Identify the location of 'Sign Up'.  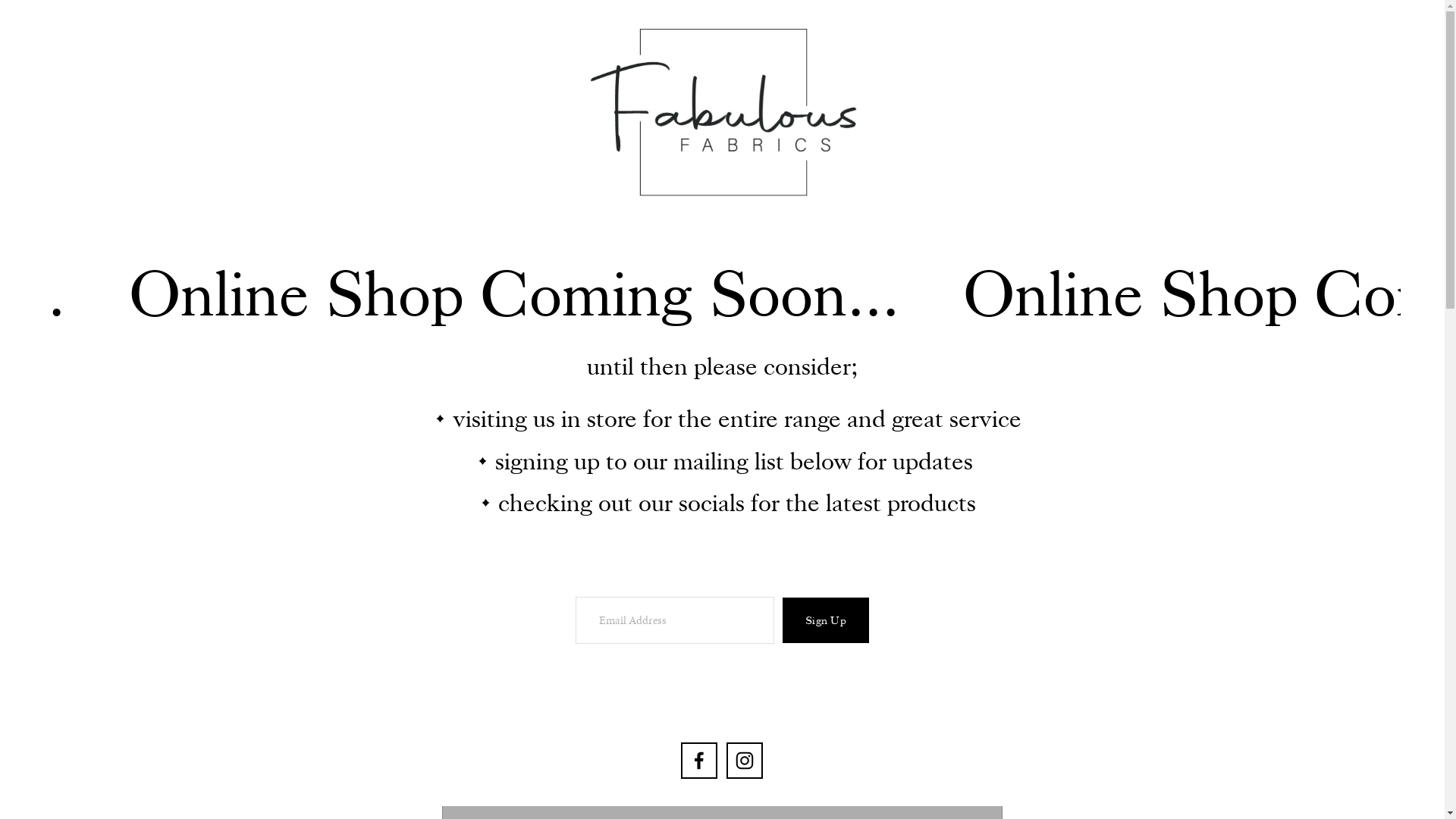
(825, 620).